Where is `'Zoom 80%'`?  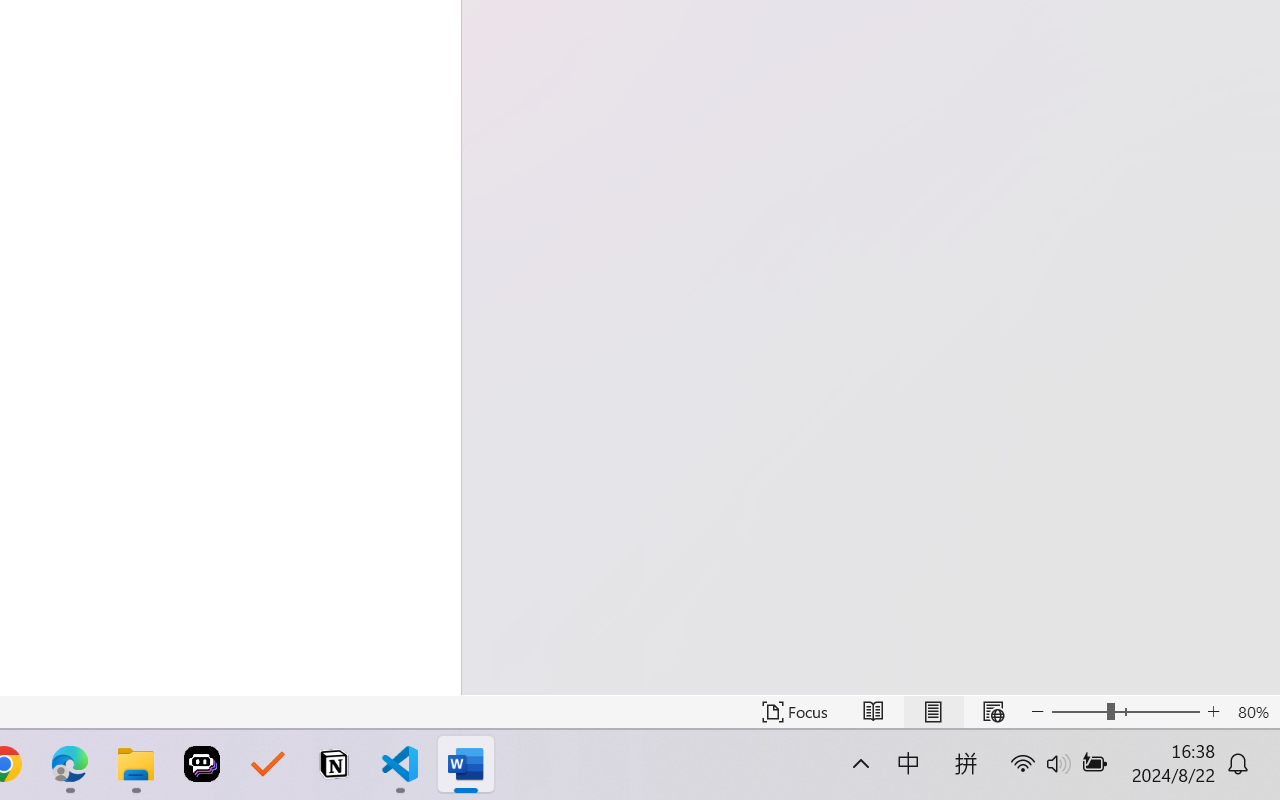
'Zoom 80%' is located at coordinates (1252, 711).